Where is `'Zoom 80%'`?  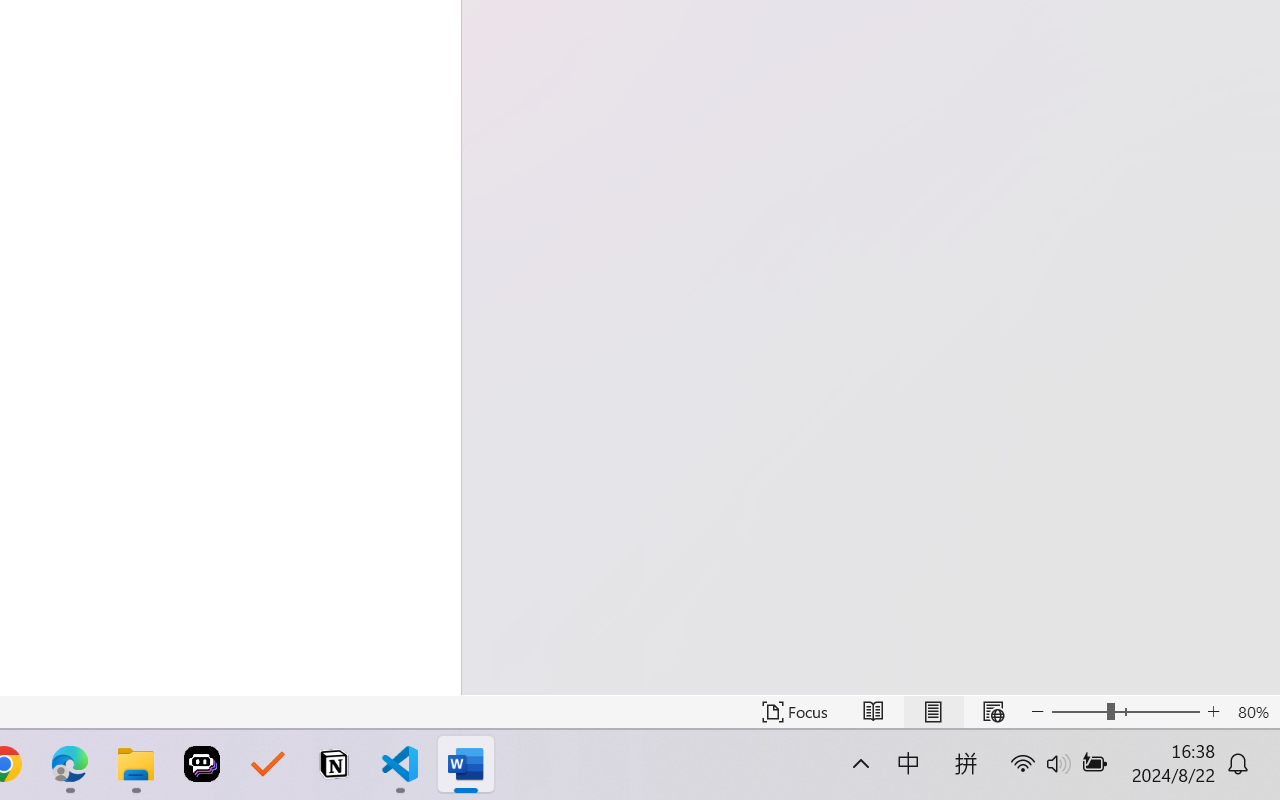
'Zoom 80%' is located at coordinates (1252, 711).